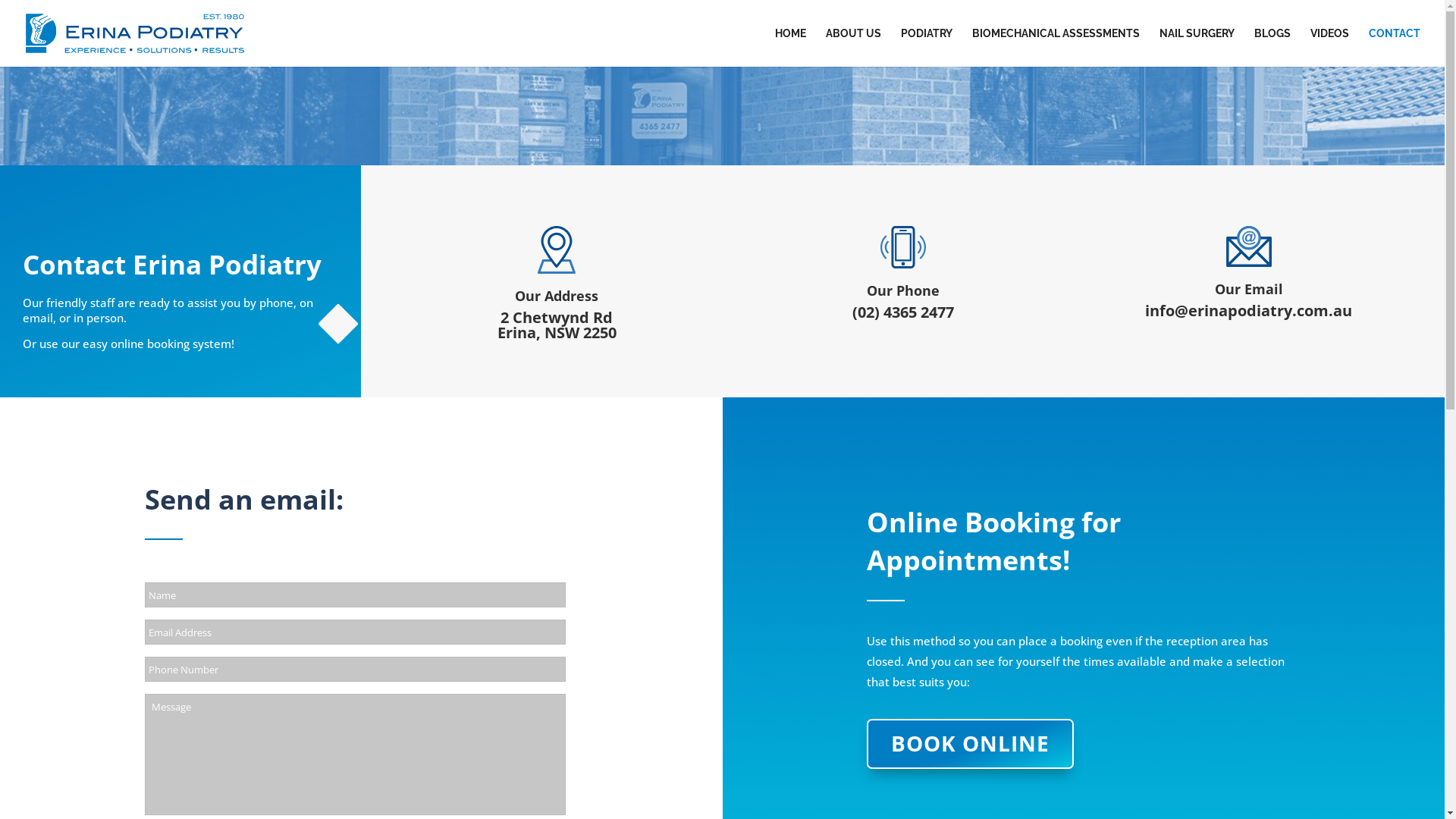 This screenshot has height=819, width=1456. What do you see at coordinates (1248, 309) in the screenshot?
I see `'info@erinapodiatry.com.au'` at bounding box center [1248, 309].